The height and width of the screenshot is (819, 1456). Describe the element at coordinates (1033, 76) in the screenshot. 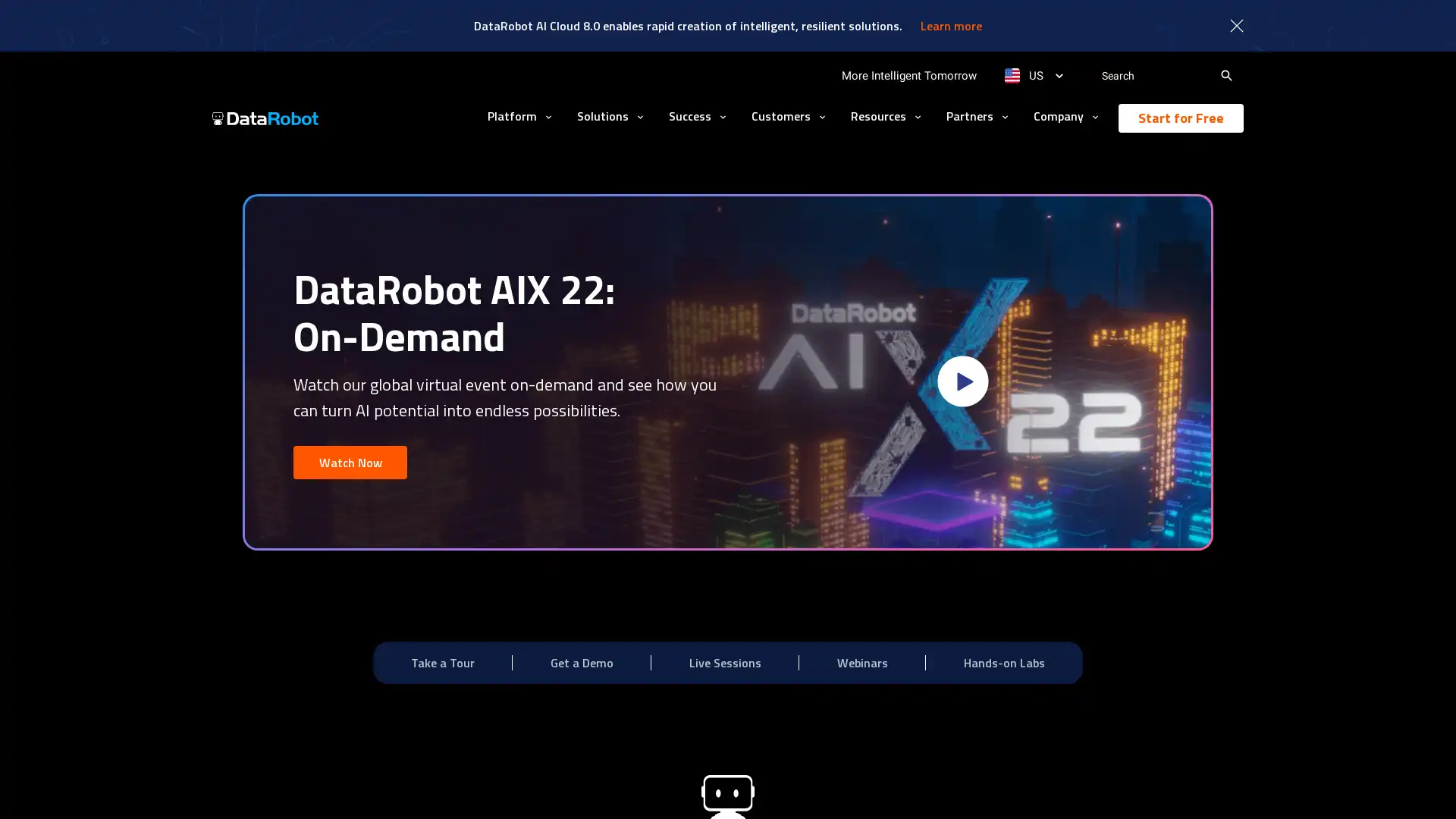

I see `US` at that location.